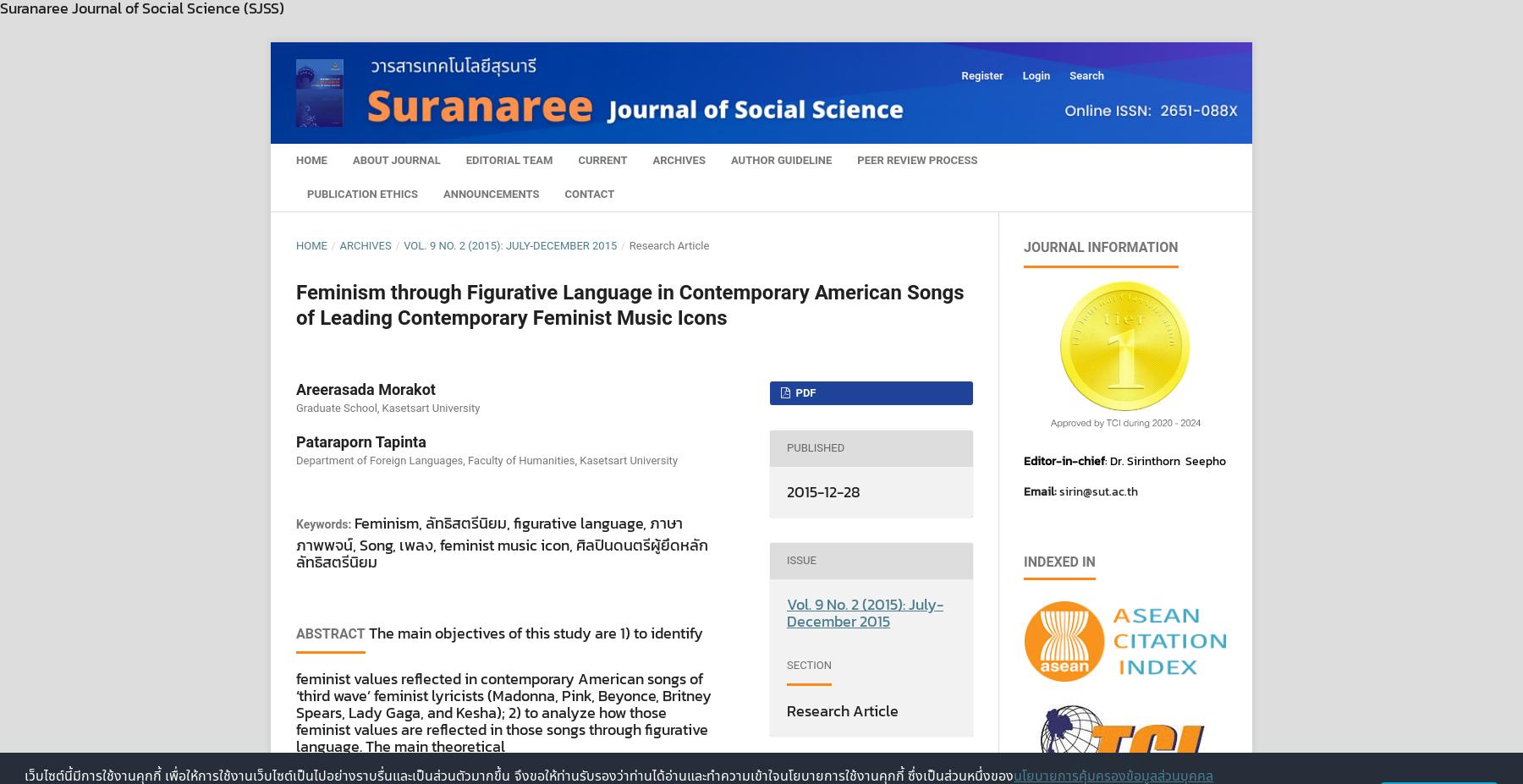 This screenshot has height=784, width=1523. I want to click on ': Dr. Sirinthorn  Seepho', so click(1164, 461).